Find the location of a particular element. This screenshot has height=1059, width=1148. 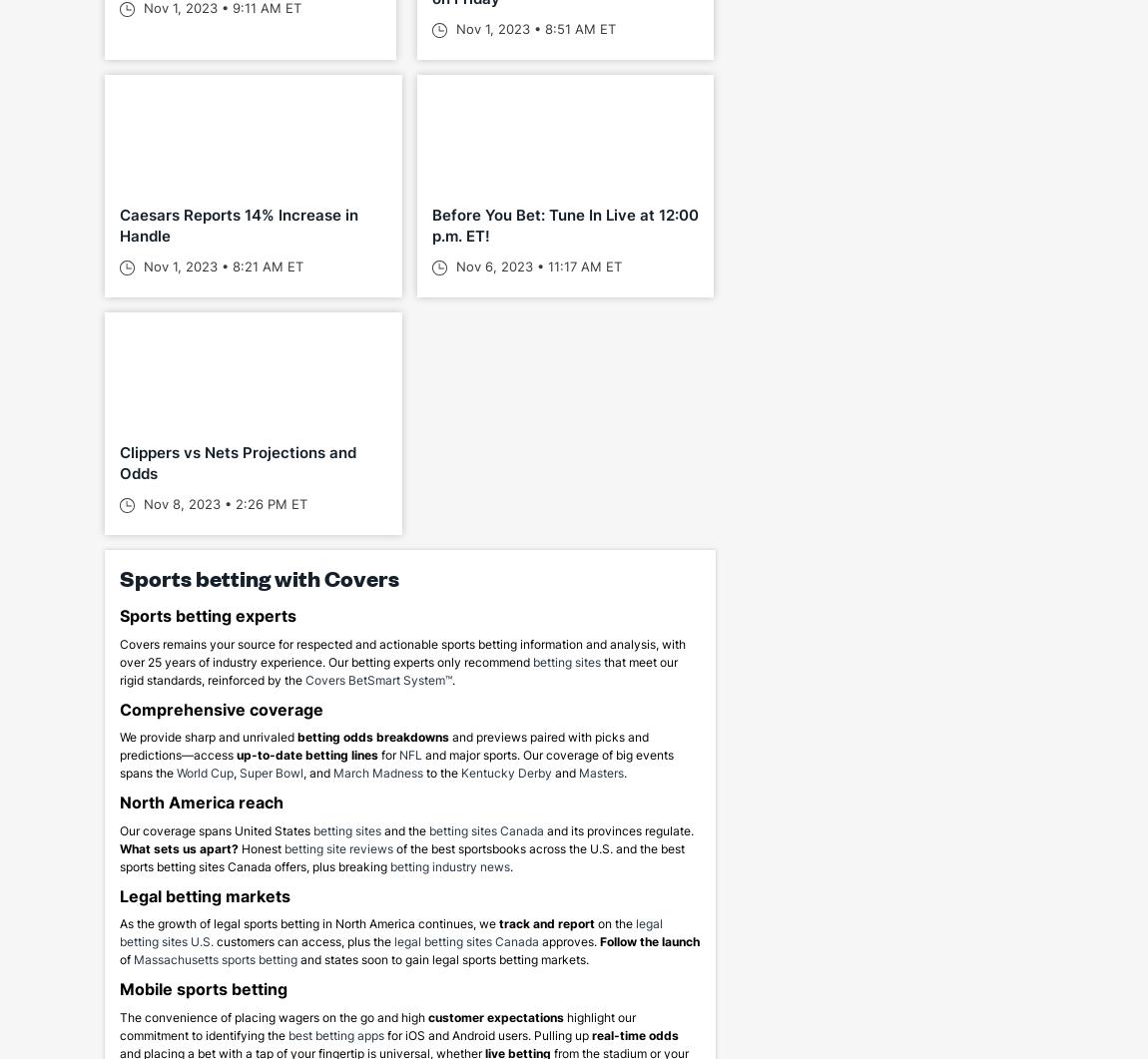

',' is located at coordinates (236, 773).